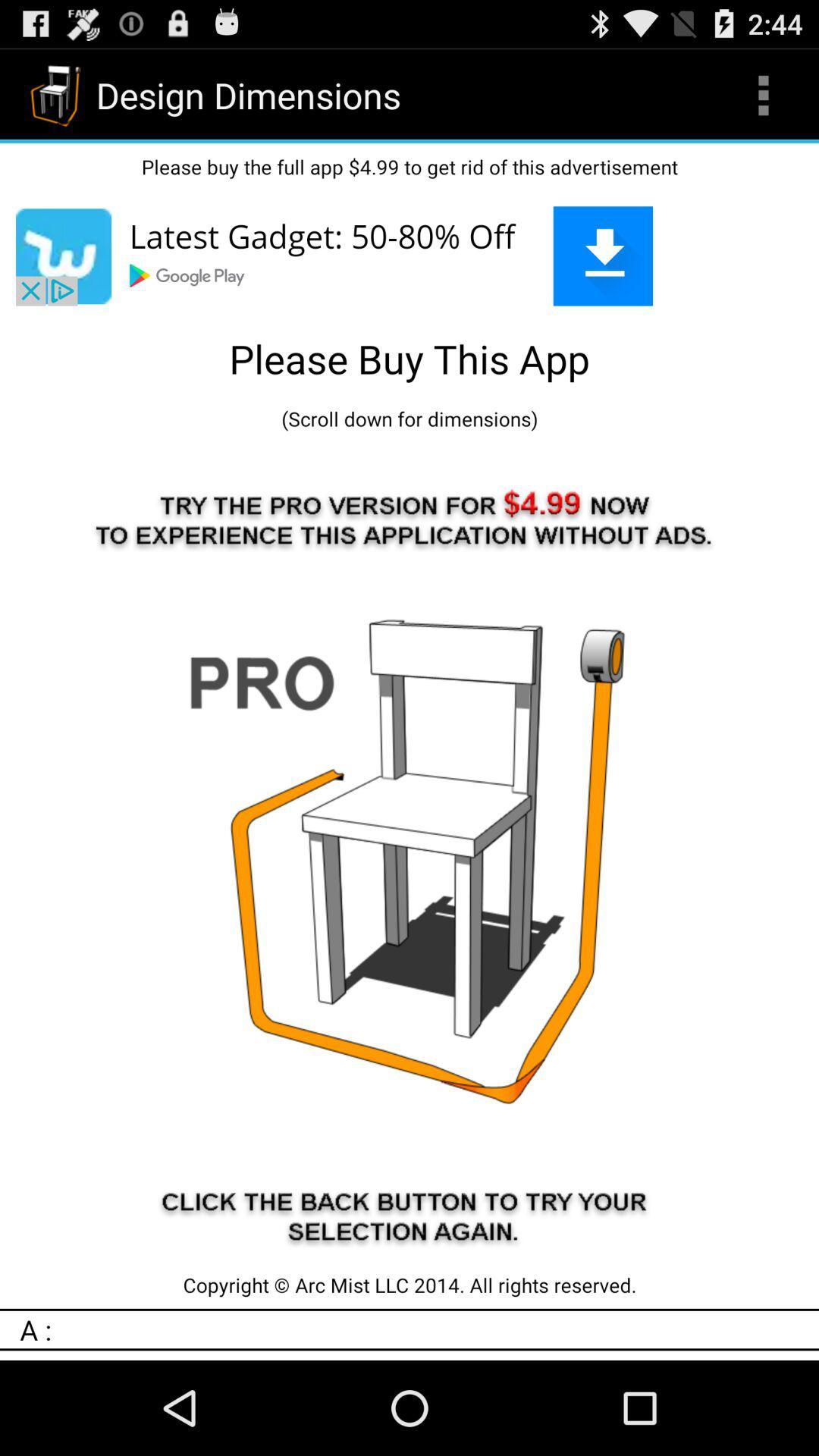 The width and height of the screenshot is (819, 1456). I want to click on item next to design dimensions icon, so click(763, 94).